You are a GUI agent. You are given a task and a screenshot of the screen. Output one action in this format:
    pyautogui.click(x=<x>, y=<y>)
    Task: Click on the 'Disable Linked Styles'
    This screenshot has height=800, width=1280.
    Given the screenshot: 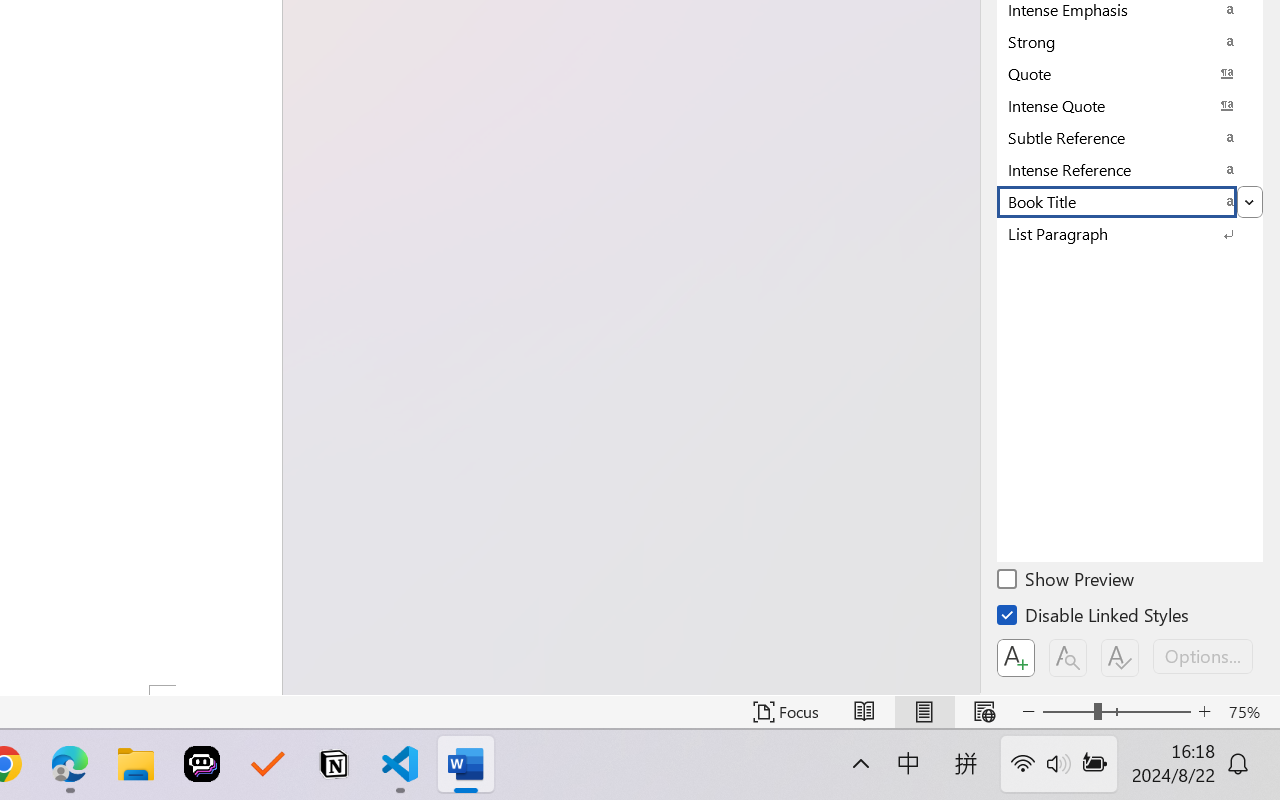 What is the action you would take?
    pyautogui.click(x=1094, y=618)
    